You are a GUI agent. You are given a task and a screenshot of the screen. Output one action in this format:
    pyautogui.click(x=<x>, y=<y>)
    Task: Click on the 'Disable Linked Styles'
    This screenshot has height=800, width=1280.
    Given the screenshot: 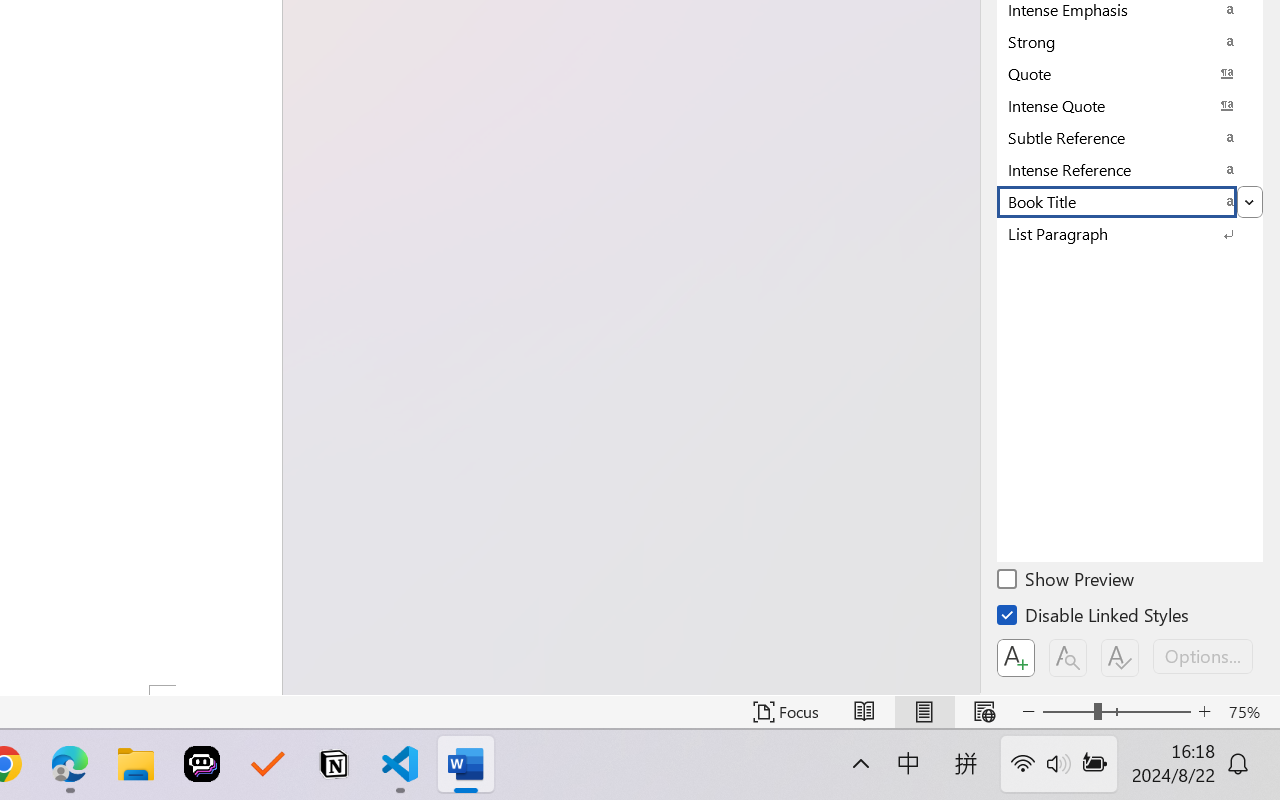 What is the action you would take?
    pyautogui.click(x=1094, y=618)
    